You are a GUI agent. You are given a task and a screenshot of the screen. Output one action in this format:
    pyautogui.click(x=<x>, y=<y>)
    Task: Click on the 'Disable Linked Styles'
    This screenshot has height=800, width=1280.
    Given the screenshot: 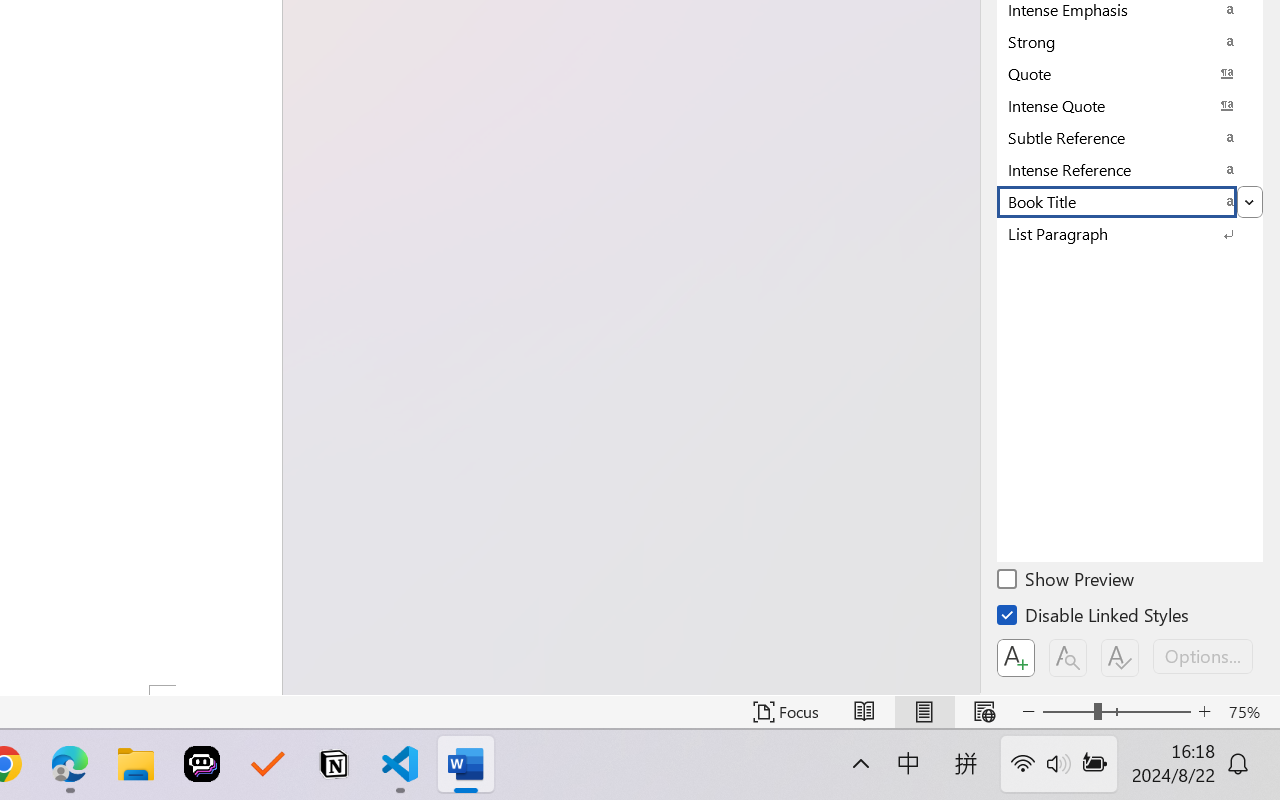 What is the action you would take?
    pyautogui.click(x=1094, y=618)
    